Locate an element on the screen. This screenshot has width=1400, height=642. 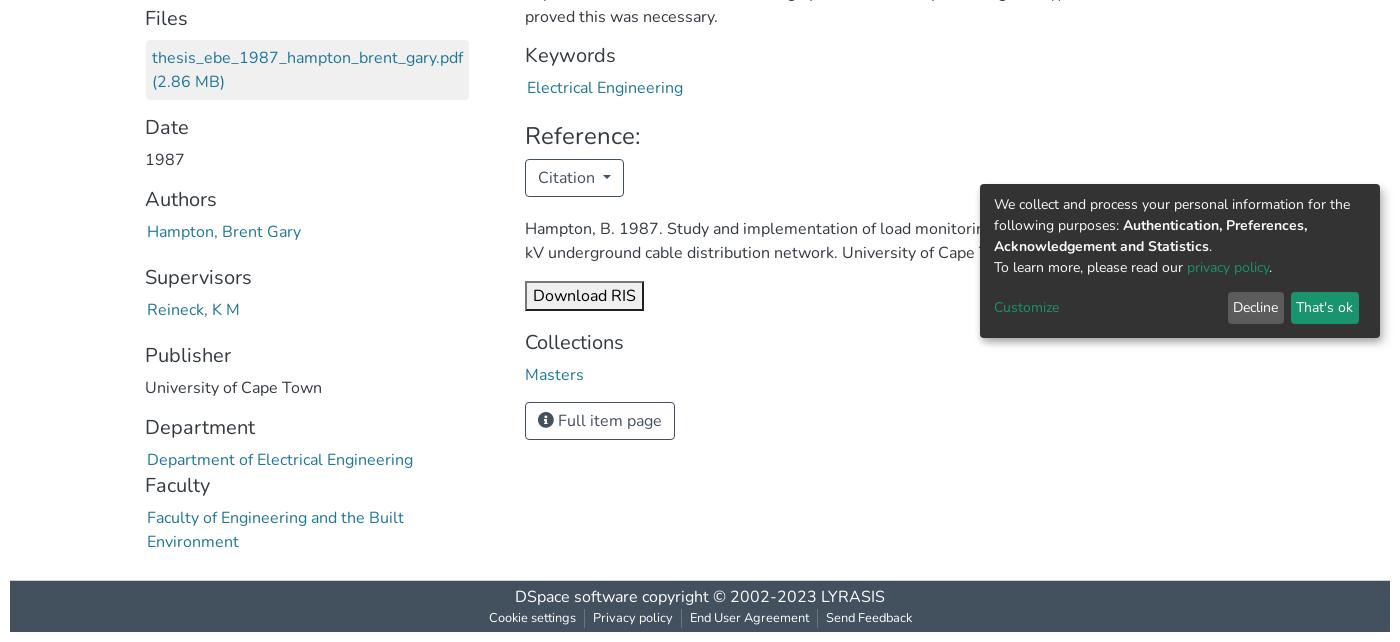
'Collections' is located at coordinates (574, 341).